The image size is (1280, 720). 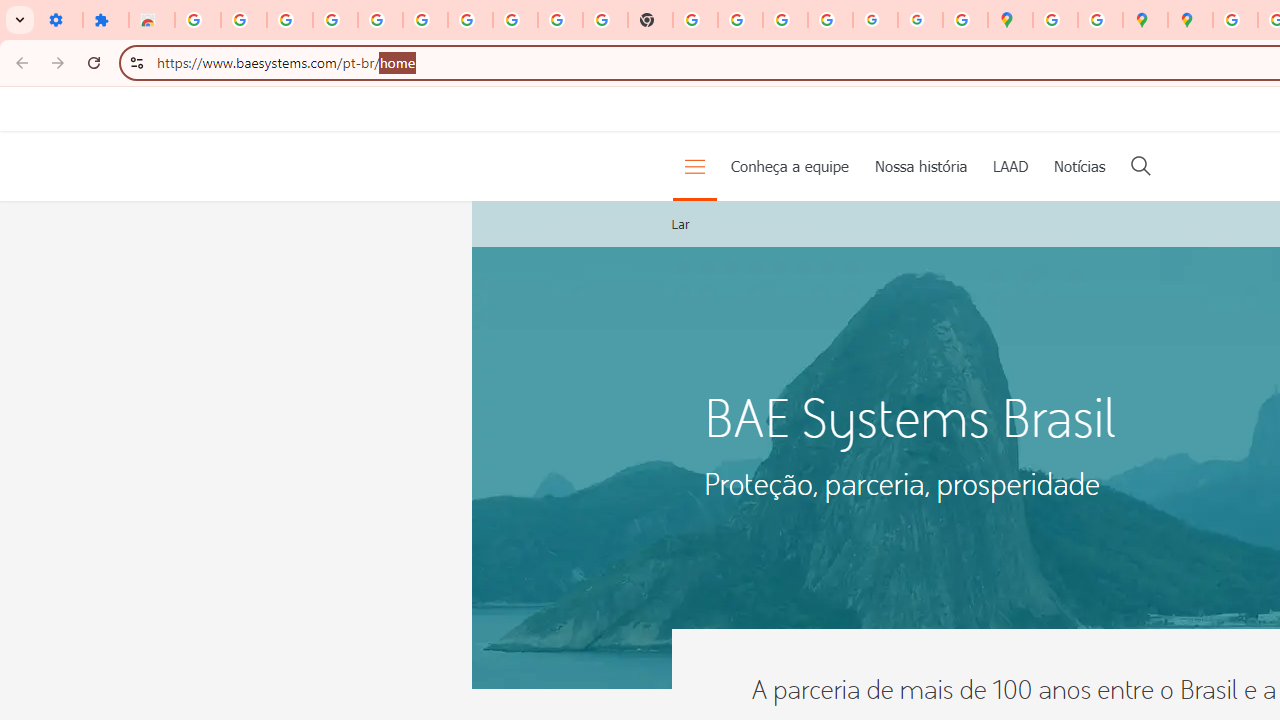 I want to click on 'Extensions', so click(x=105, y=20).